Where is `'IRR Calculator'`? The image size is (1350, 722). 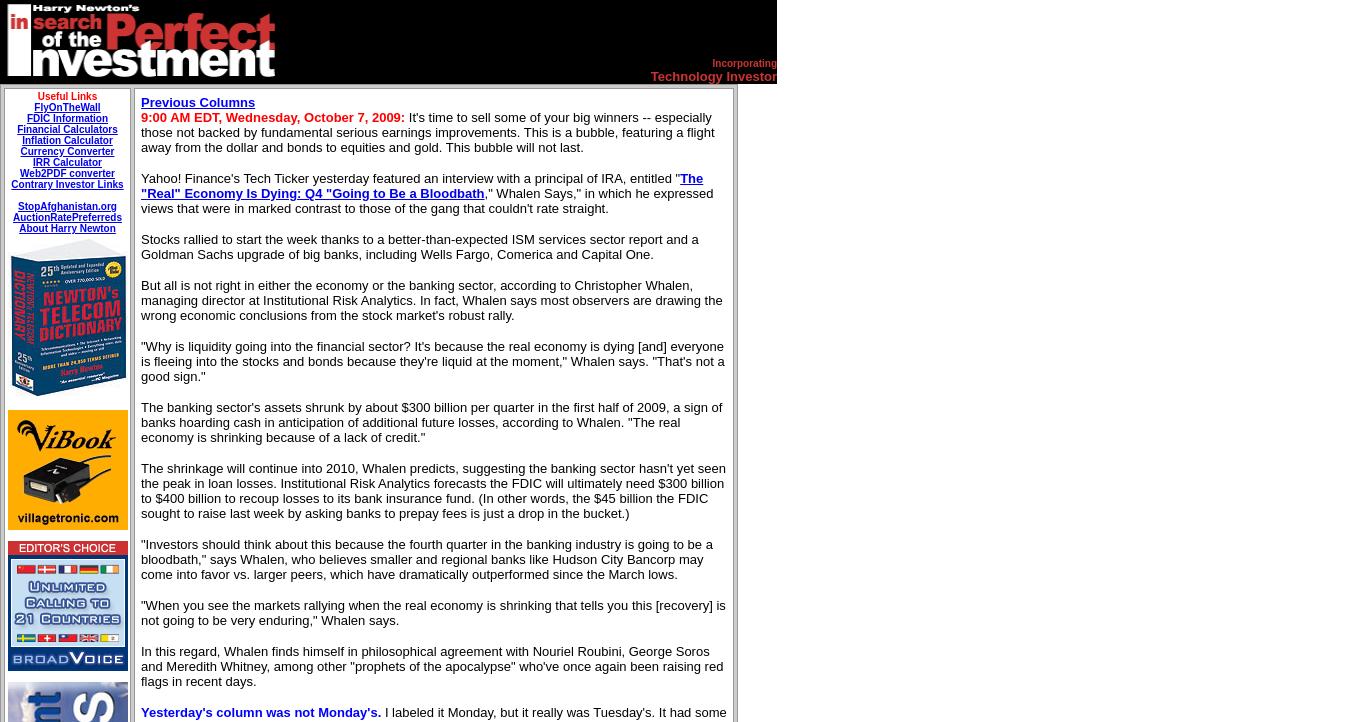 'IRR Calculator' is located at coordinates (31, 162).